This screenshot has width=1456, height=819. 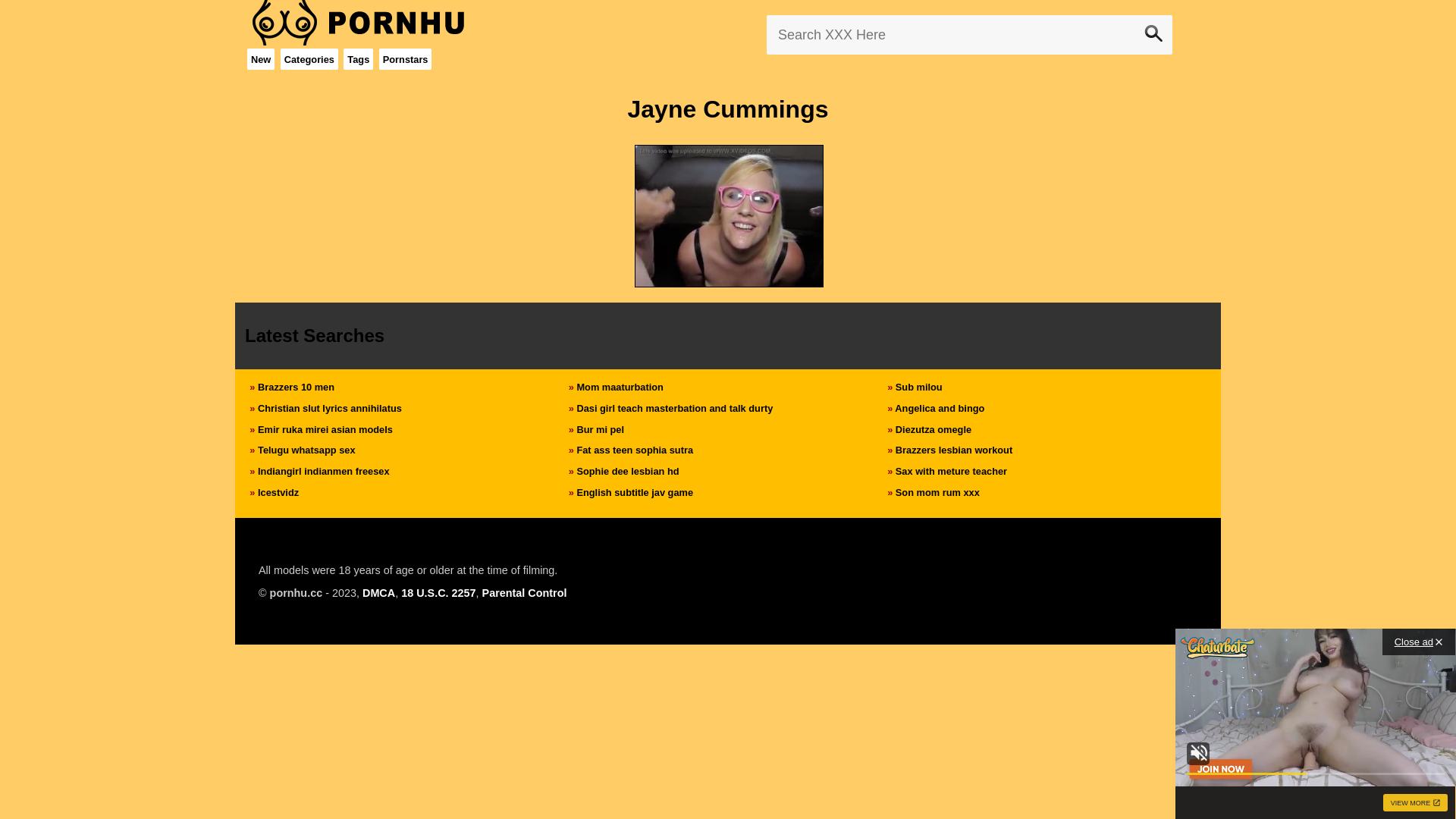 I want to click on 'Tags', so click(x=357, y=58).